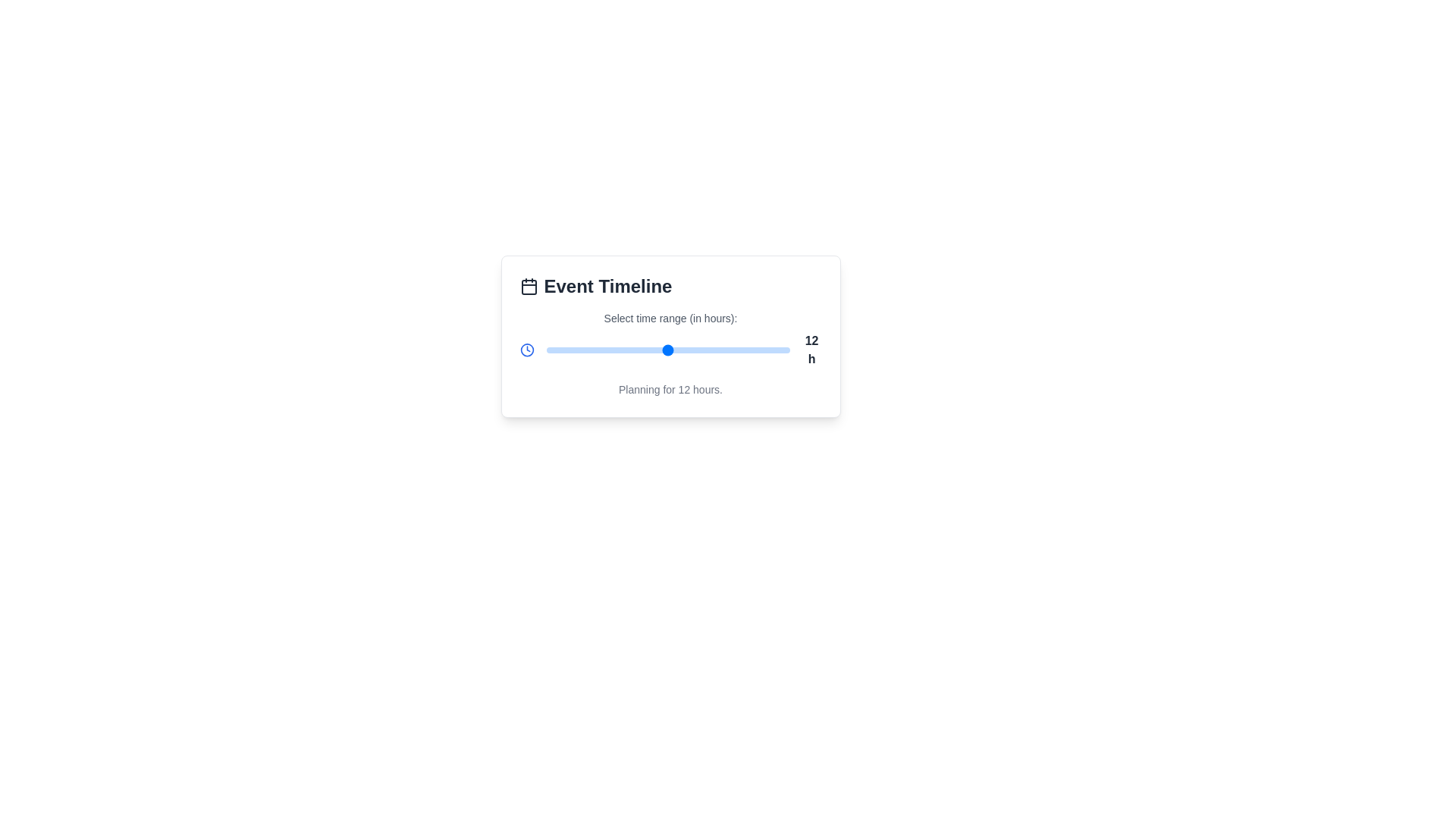  I want to click on the time range, so click(759, 350).